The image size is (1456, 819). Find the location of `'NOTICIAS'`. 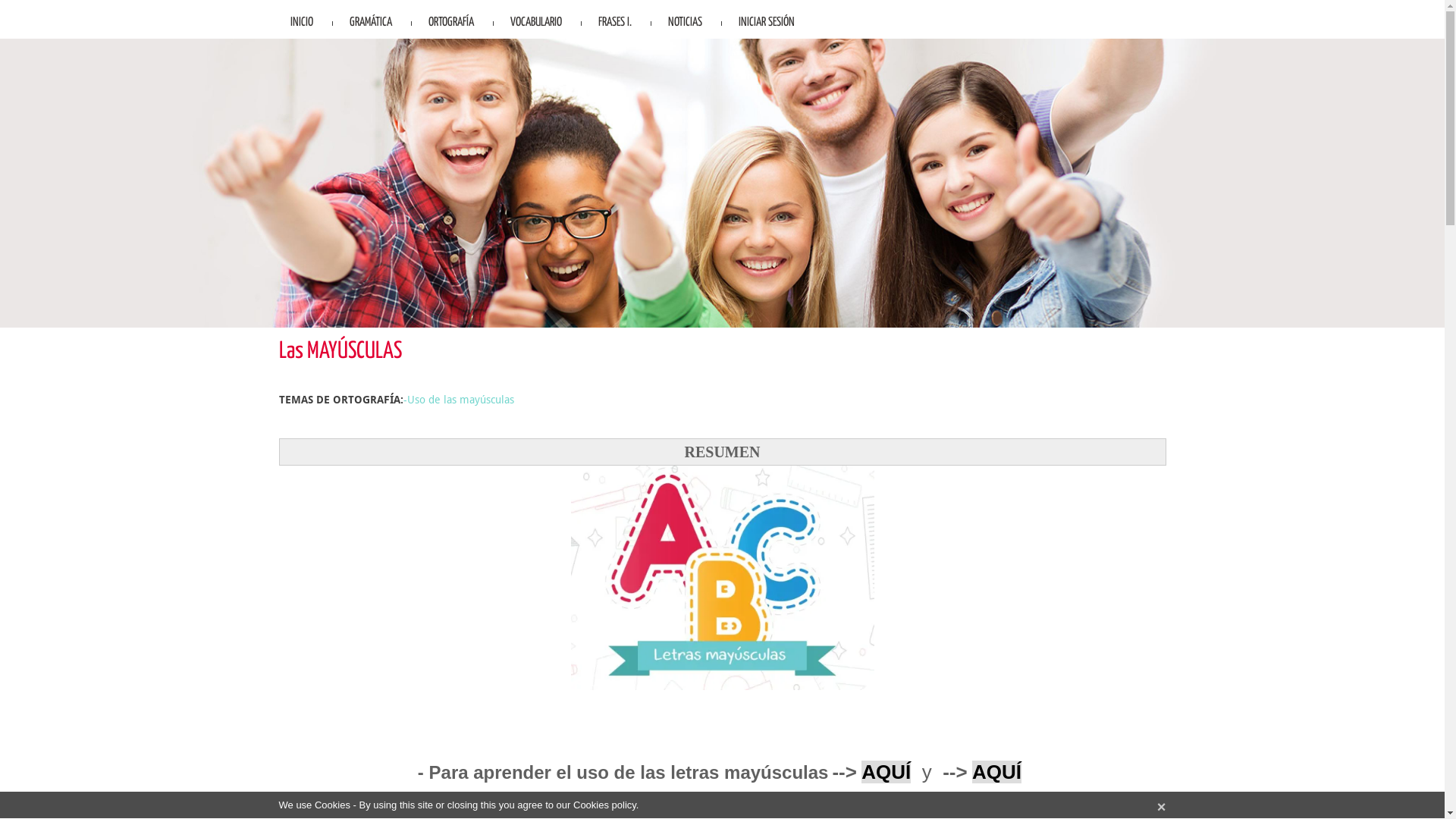

'NOTICIAS' is located at coordinates (656, 19).